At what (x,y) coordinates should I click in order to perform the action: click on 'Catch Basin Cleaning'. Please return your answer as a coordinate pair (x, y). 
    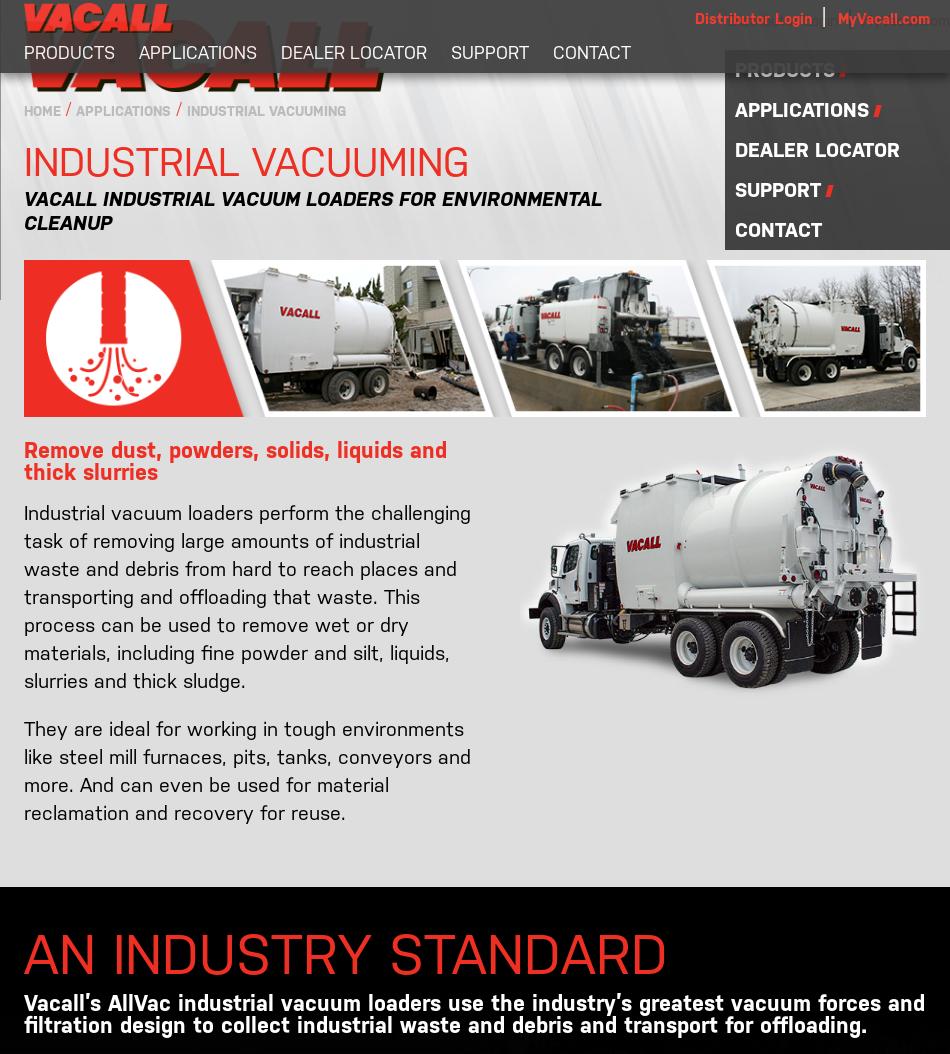
    Looking at the image, I should click on (121, 117).